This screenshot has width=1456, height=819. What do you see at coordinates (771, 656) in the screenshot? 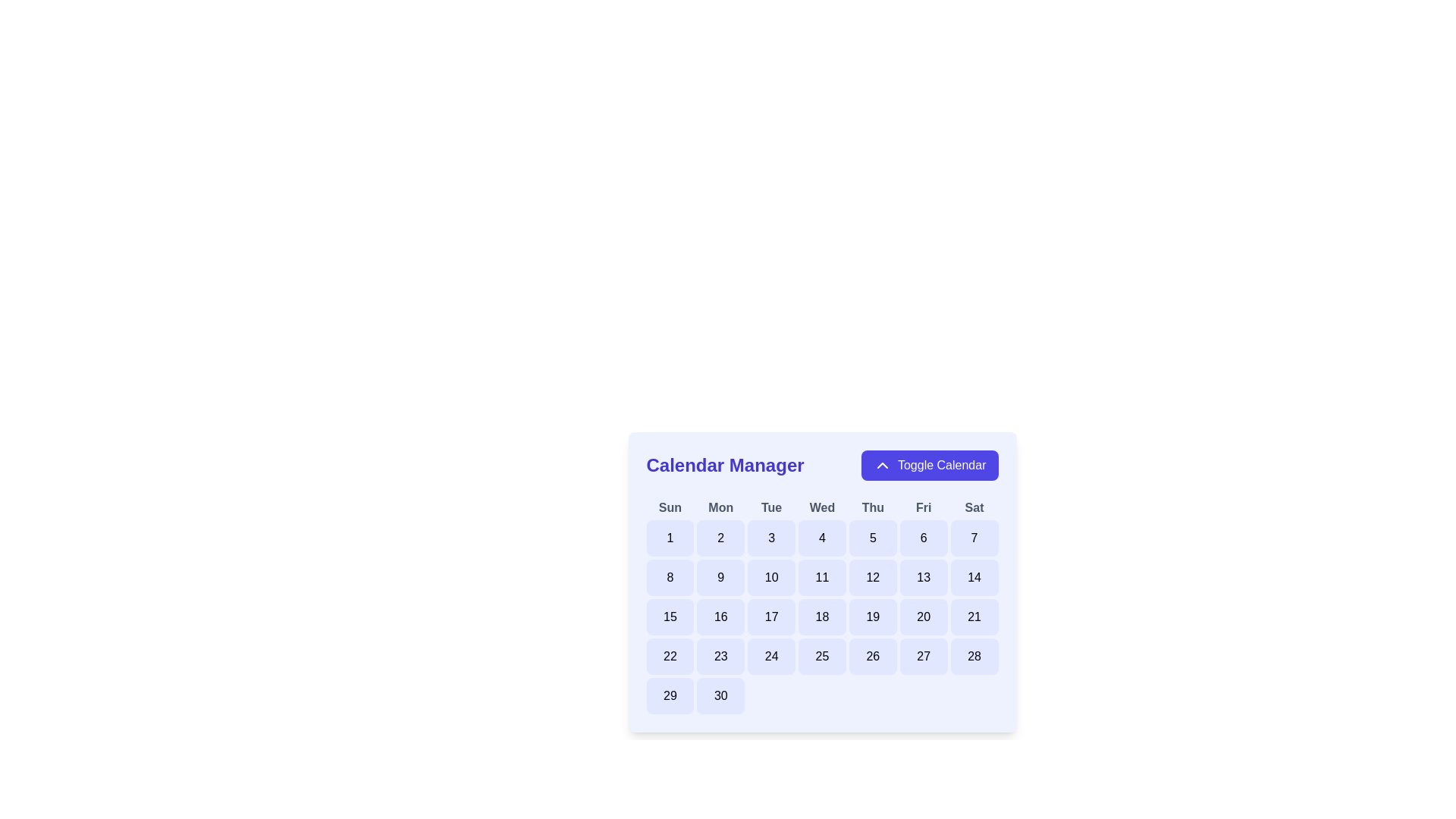
I see `the button representing the date '24' in the calendar` at bounding box center [771, 656].